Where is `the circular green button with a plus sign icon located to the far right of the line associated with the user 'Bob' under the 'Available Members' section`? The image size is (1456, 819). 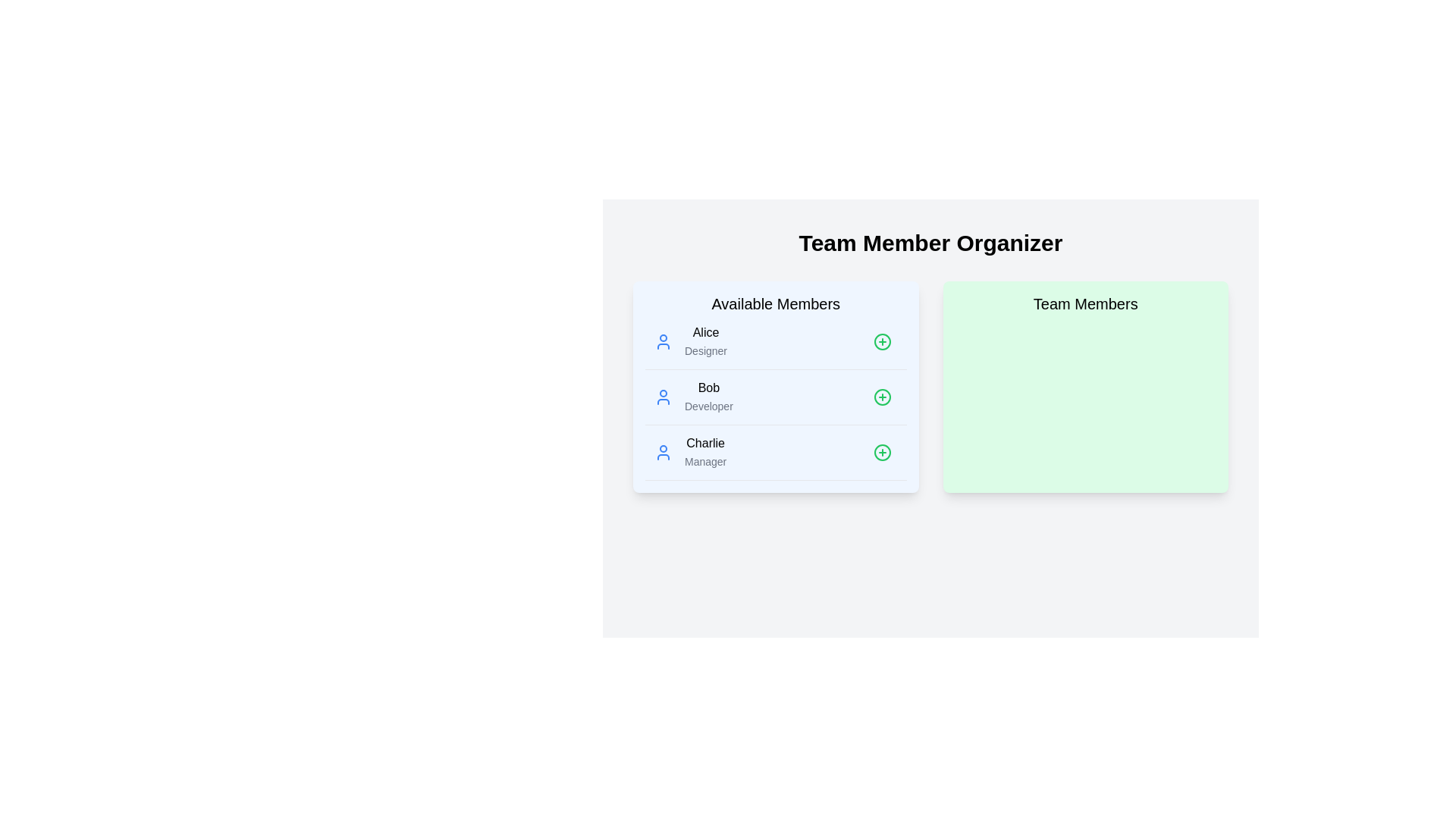 the circular green button with a plus sign icon located to the far right of the line associated with the user 'Bob' under the 'Available Members' section is located at coordinates (882, 397).